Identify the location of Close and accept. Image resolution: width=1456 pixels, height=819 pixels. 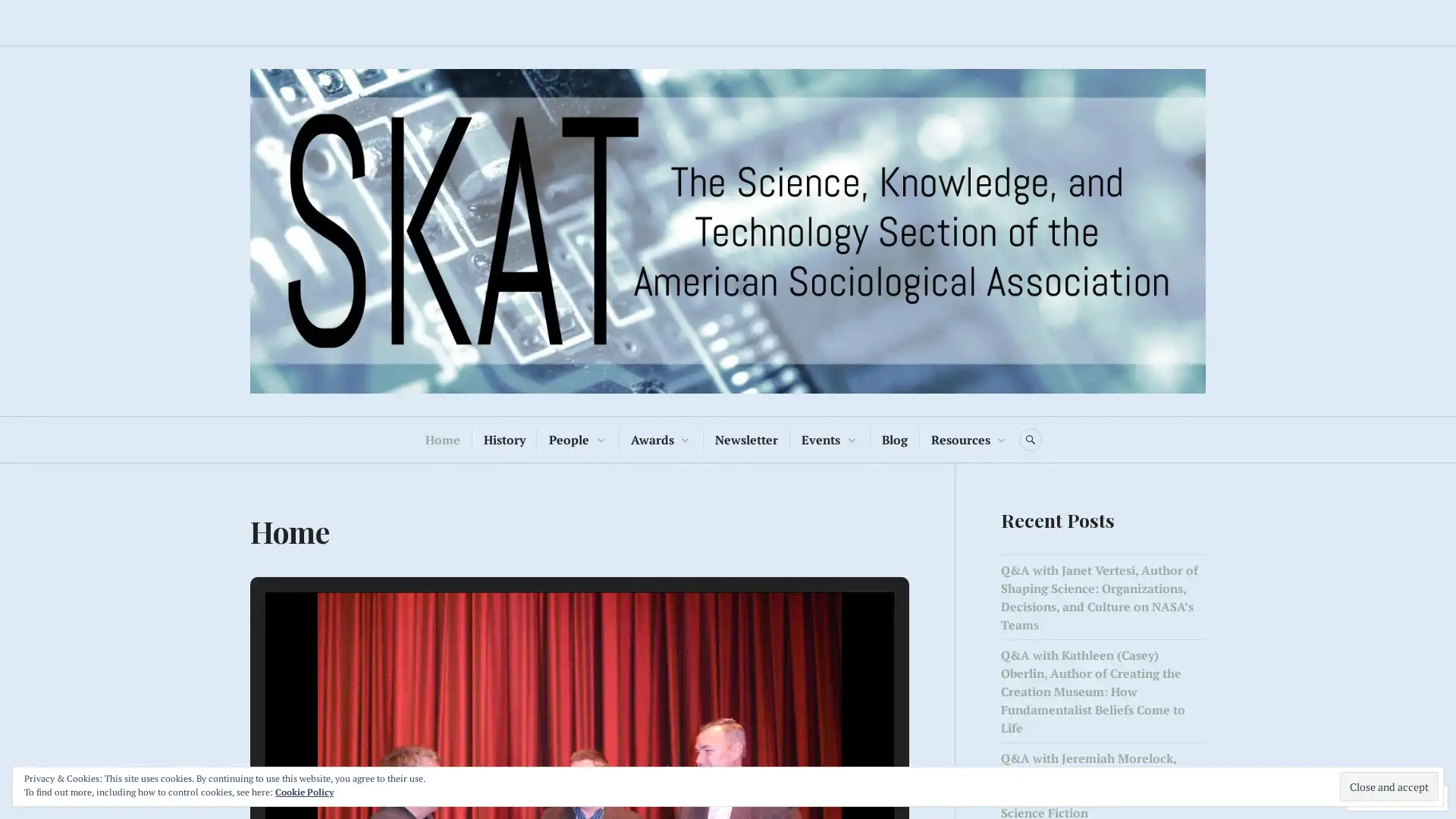
(1389, 786).